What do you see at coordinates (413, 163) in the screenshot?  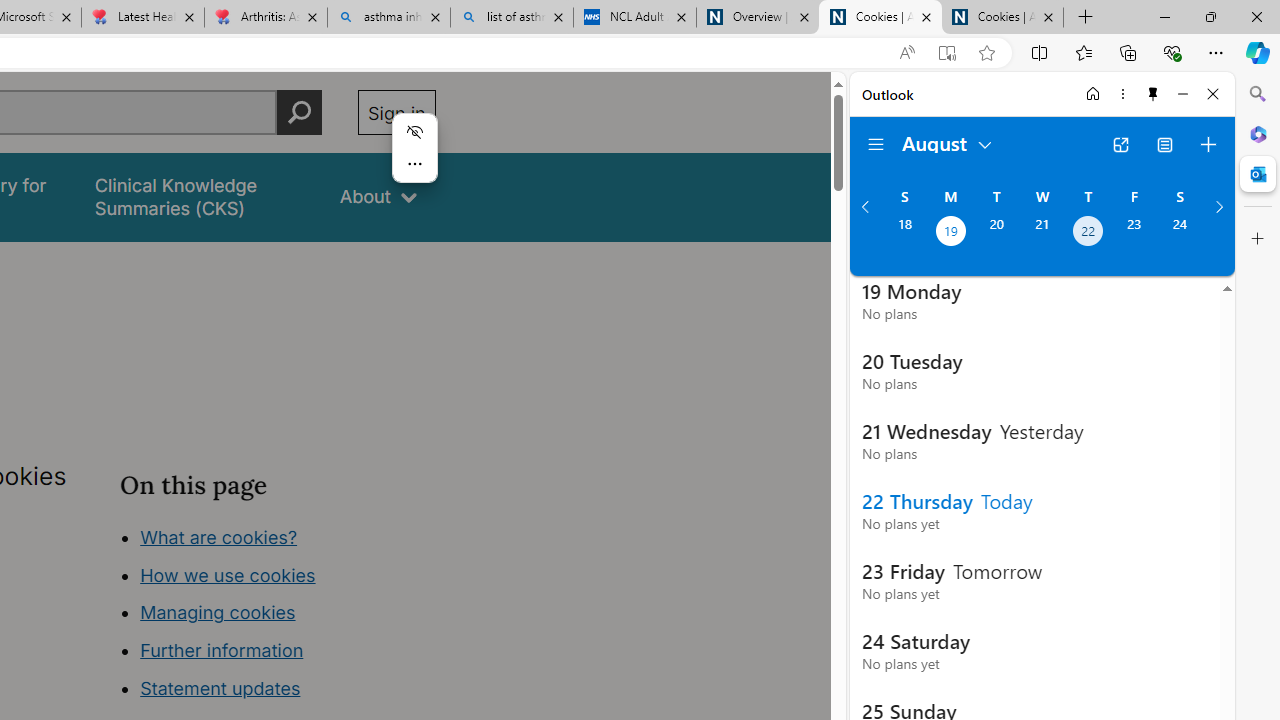 I see `'More actions'` at bounding box center [413, 163].